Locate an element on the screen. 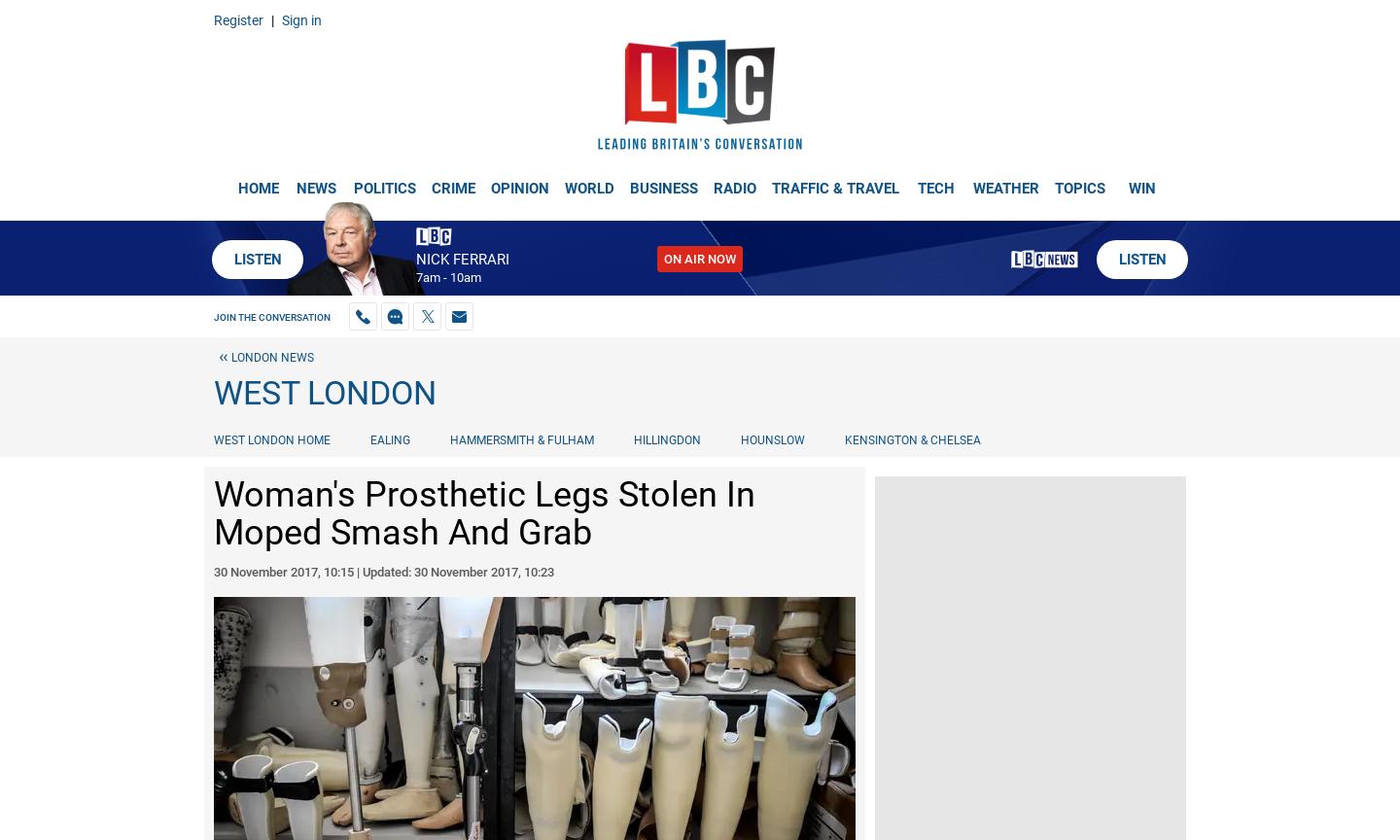 The image size is (1400, 840). 'On Air Now' is located at coordinates (700, 259).